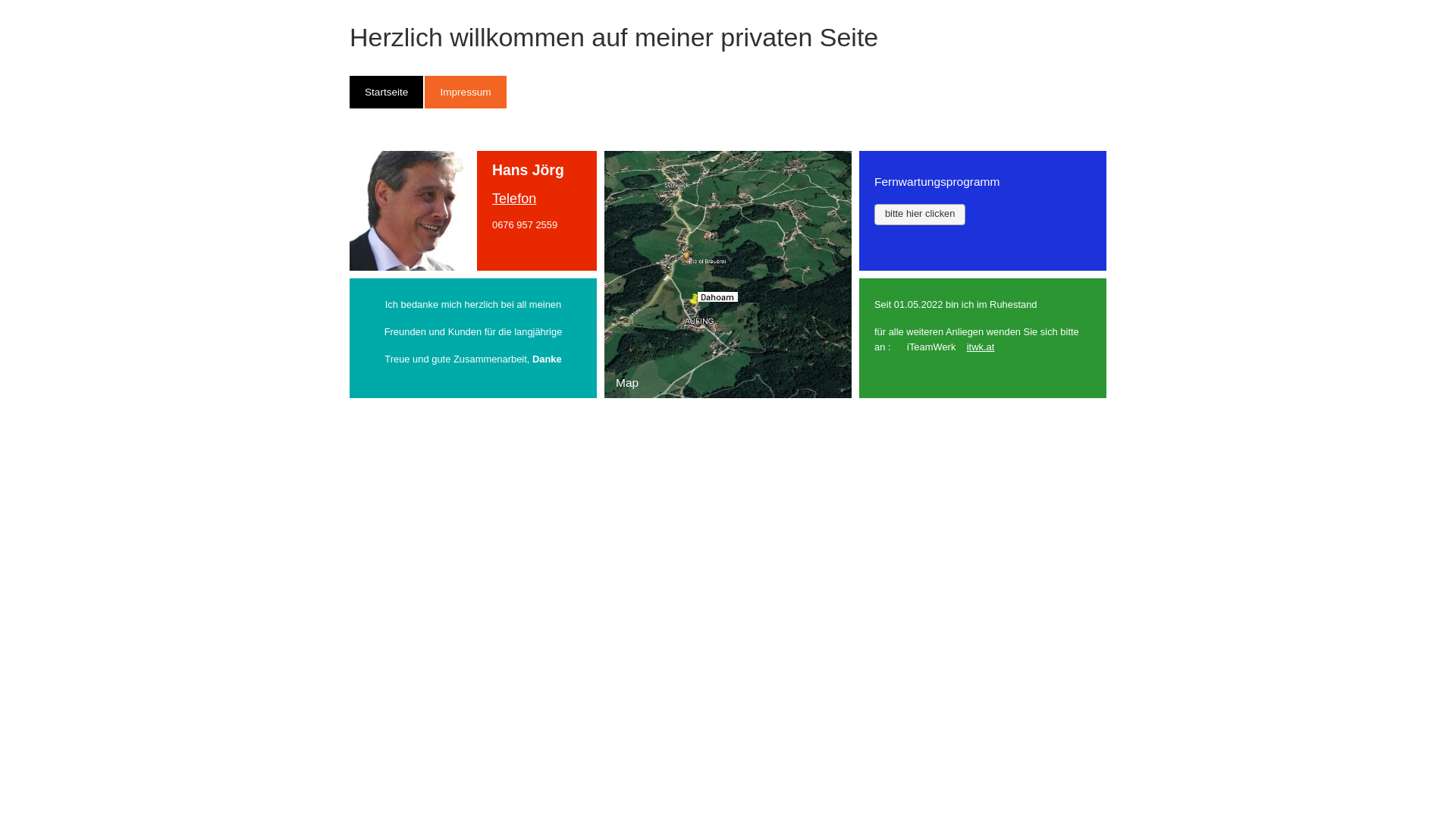 The width and height of the screenshot is (1456, 819). I want to click on 'itwk.at', so click(981, 347).